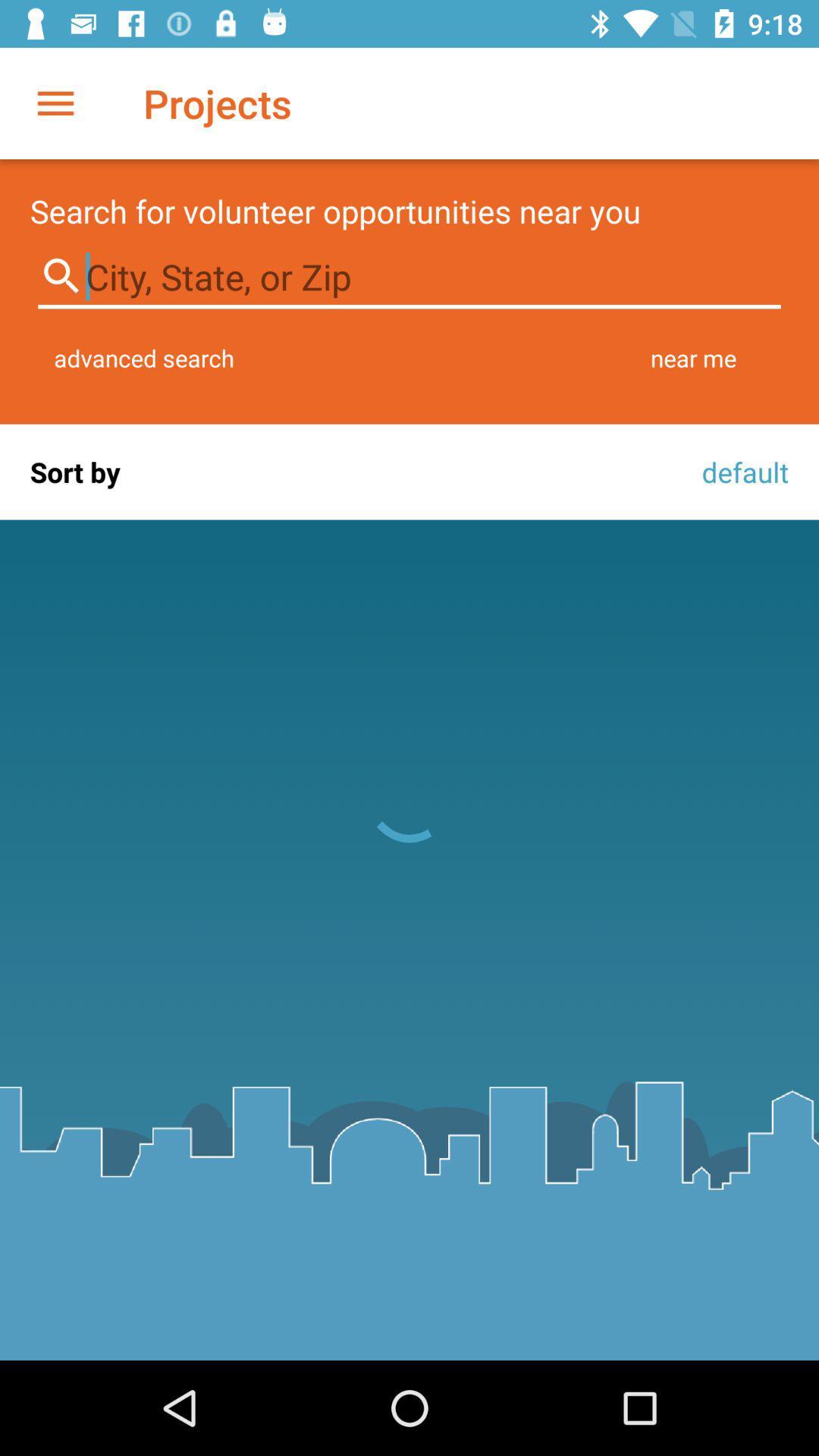 The height and width of the screenshot is (1456, 819). I want to click on open menu, so click(55, 102).